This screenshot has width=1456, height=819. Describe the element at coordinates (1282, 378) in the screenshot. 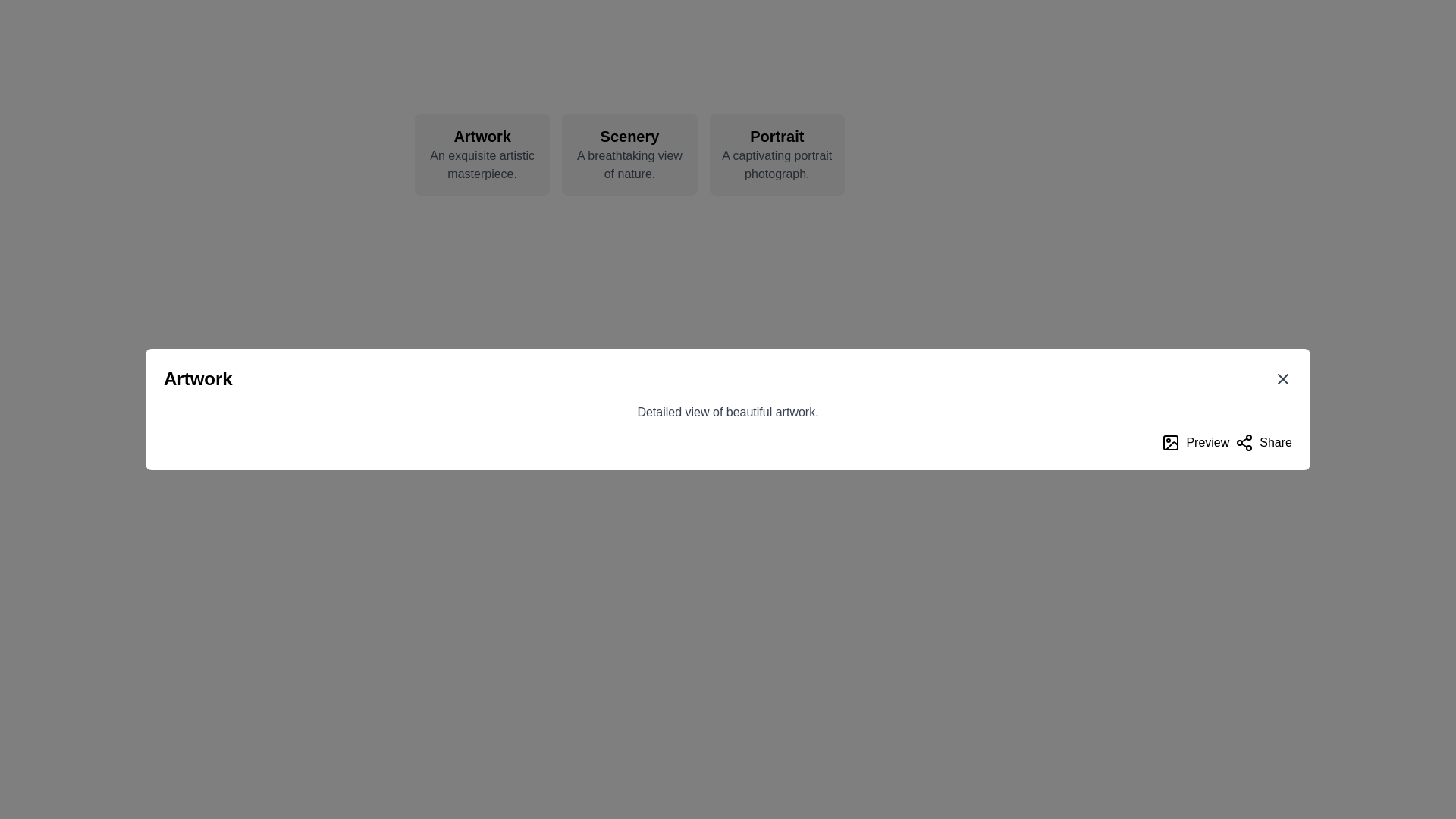

I see `the small cross mark 'X' icon located in the top-right corner of the modal` at that location.